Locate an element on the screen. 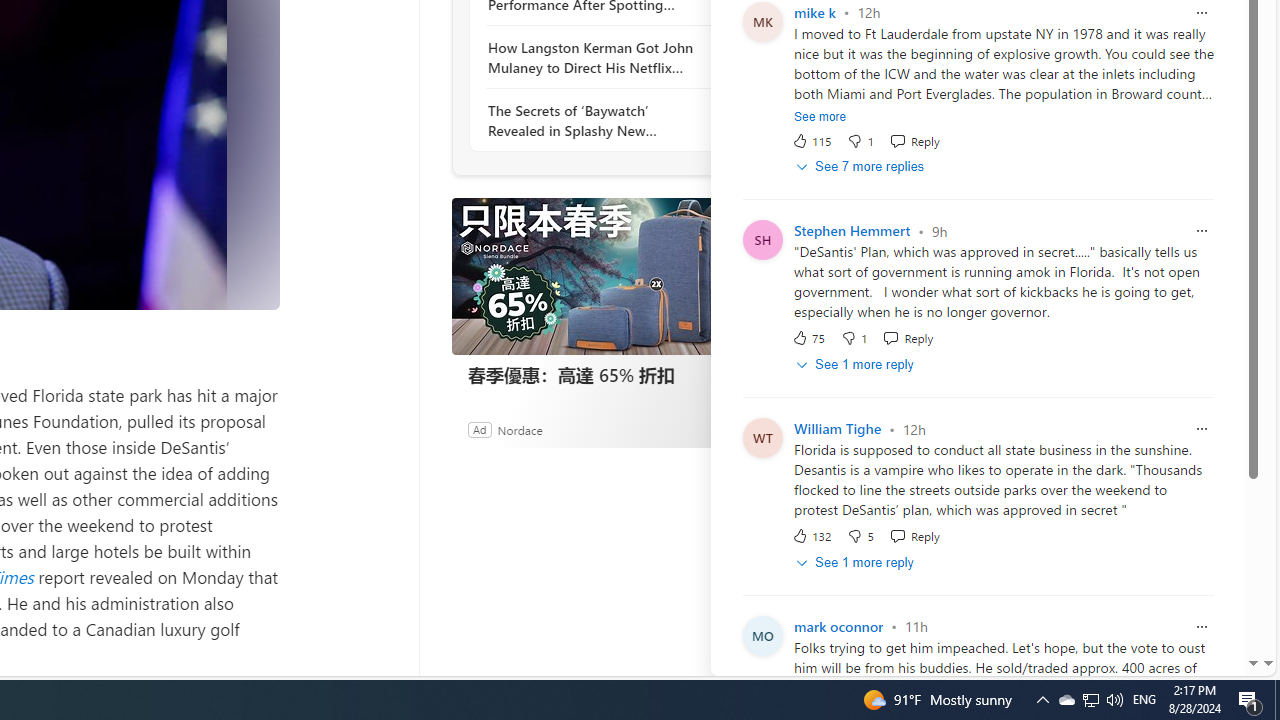 The image size is (1280, 720). 'Report comment' is located at coordinates (1200, 625).